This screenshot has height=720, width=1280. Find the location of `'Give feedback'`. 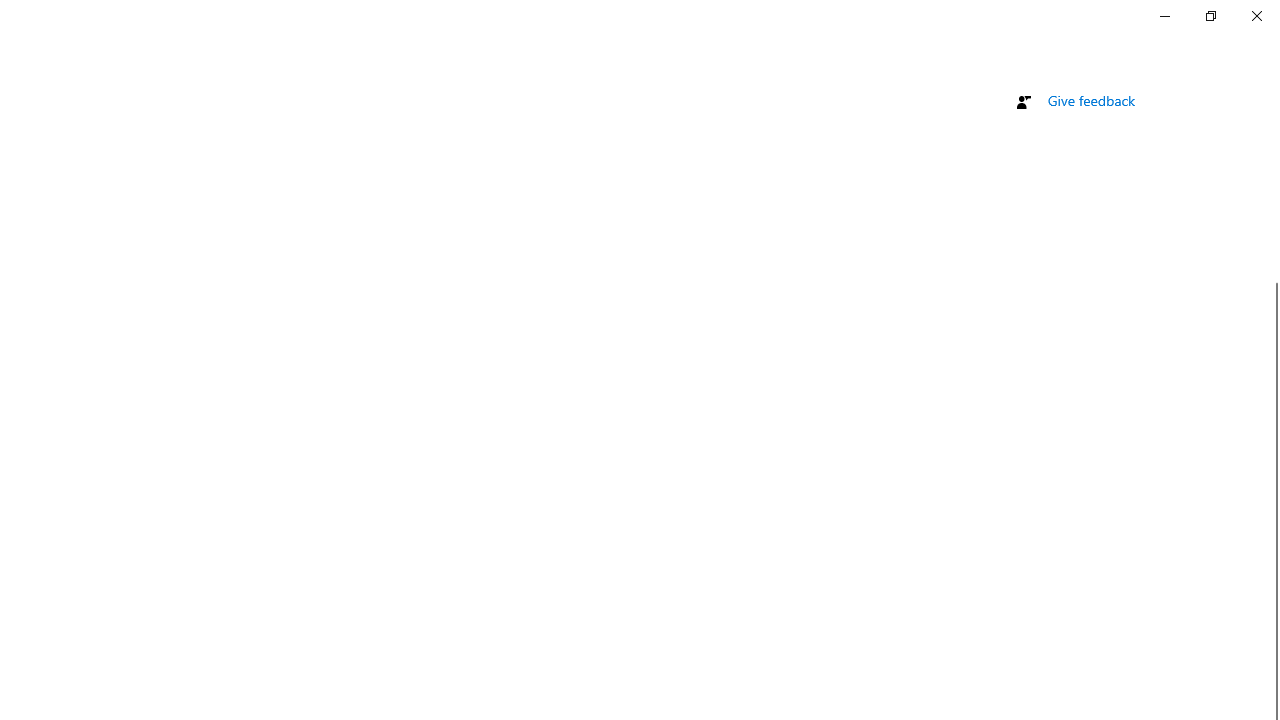

'Give feedback' is located at coordinates (1090, 100).